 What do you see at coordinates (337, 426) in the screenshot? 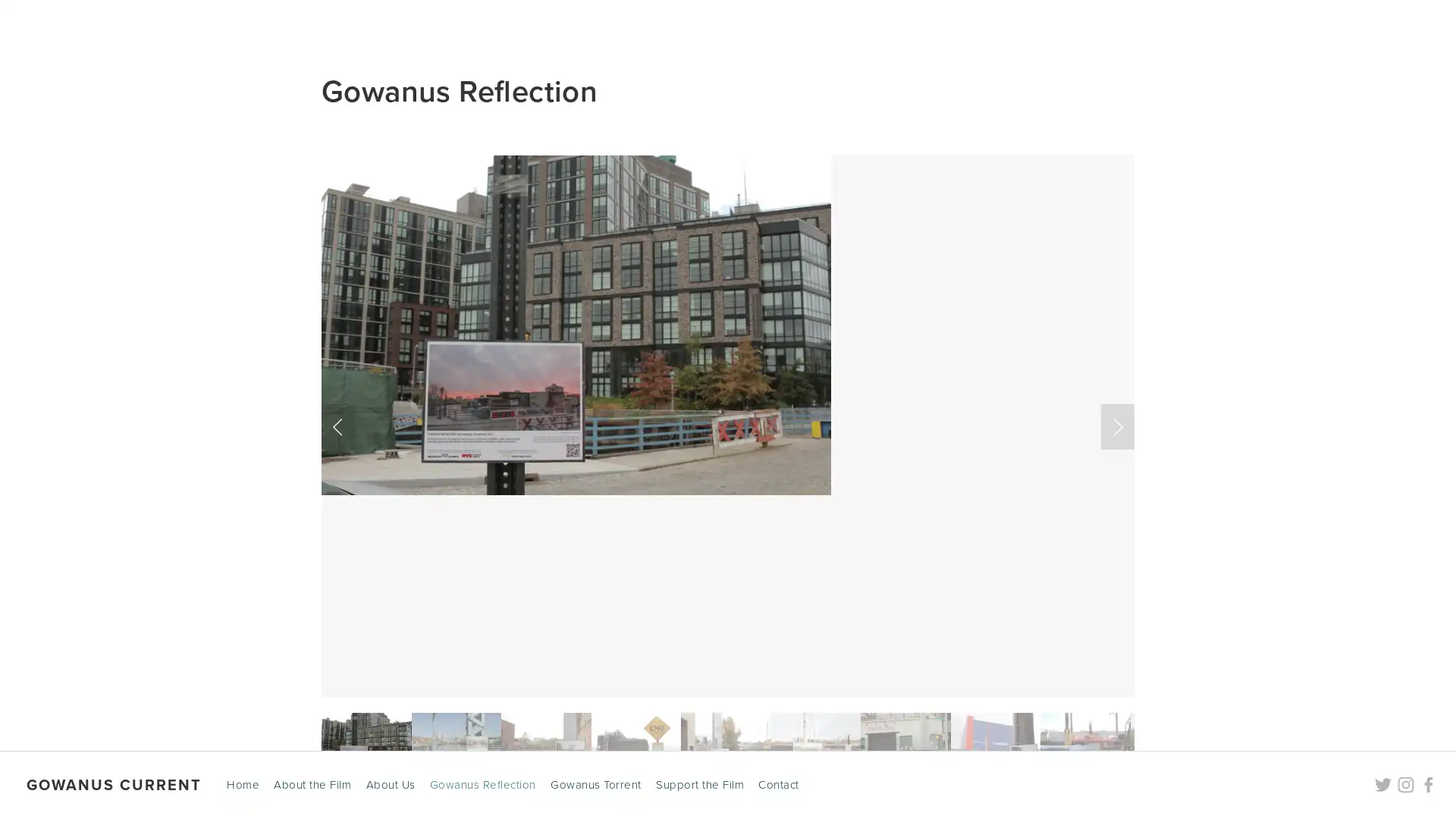
I see `Previous Slide` at bounding box center [337, 426].